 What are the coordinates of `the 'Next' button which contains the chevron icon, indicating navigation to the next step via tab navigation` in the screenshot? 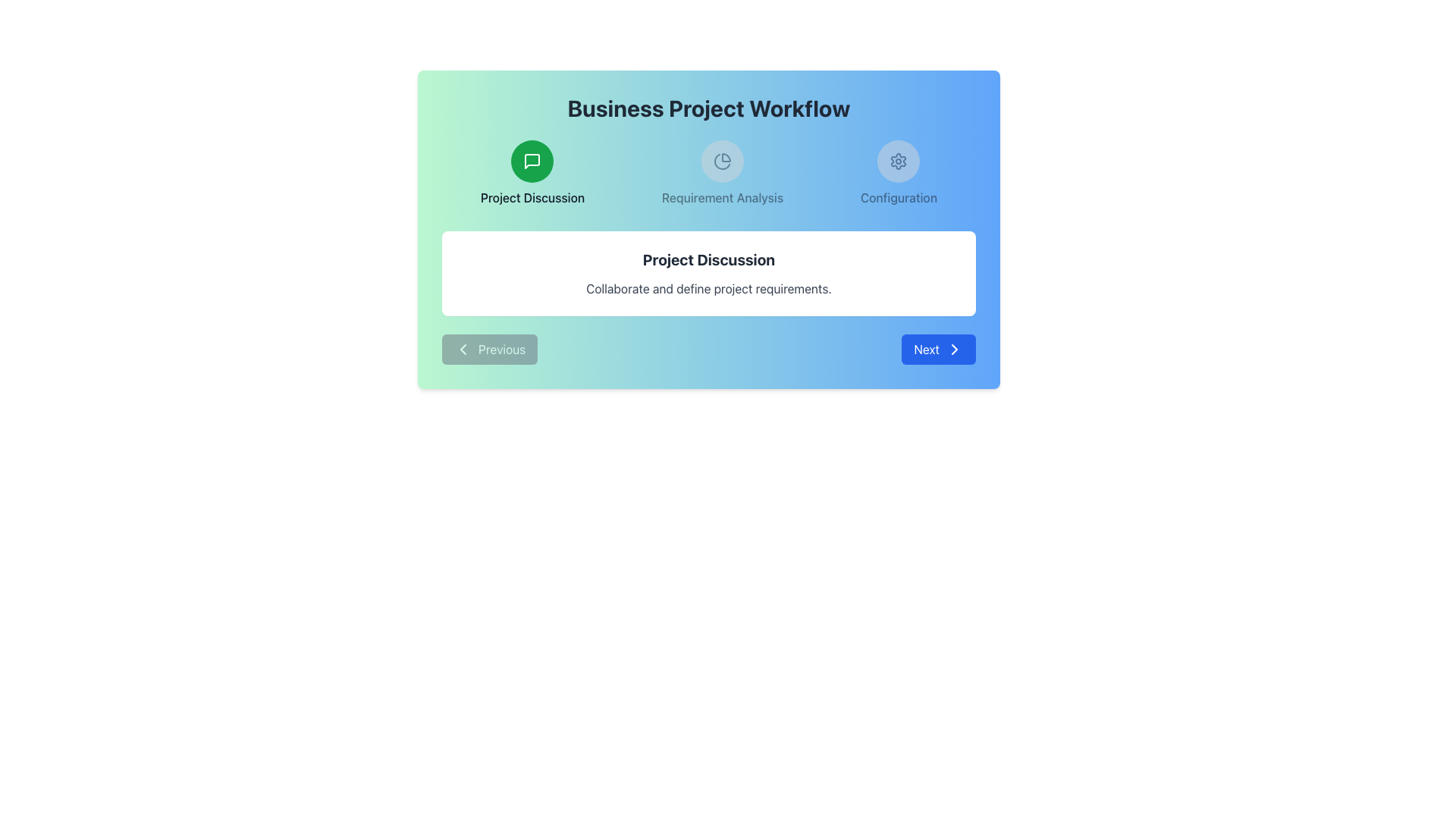 It's located at (953, 350).